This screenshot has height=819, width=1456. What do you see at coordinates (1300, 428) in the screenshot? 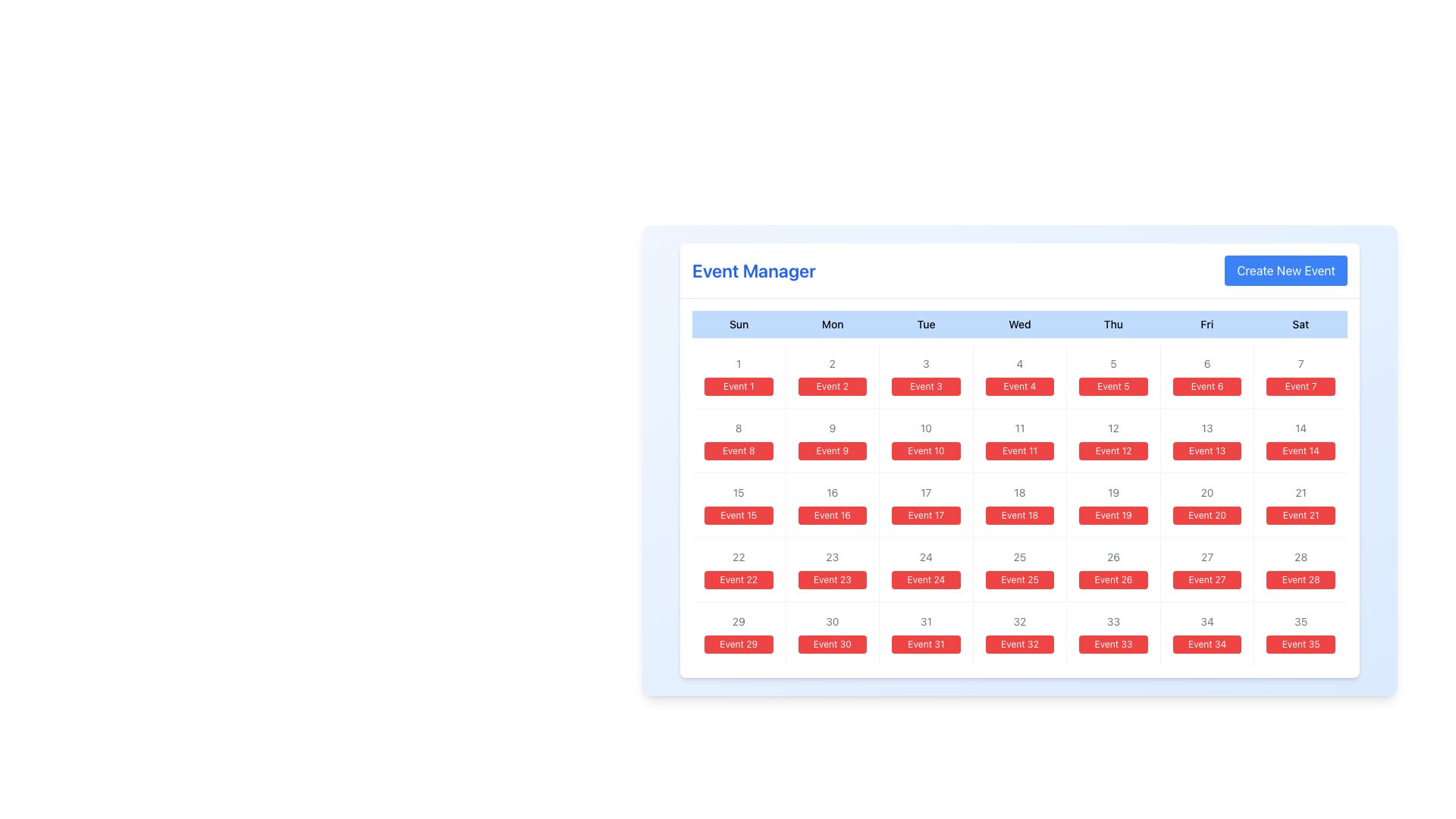
I see `displayed text '14' from the day number label inside the calendar entry for 'Event 14' located in the last column of the second row of the calendar` at bounding box center [1300, 428].